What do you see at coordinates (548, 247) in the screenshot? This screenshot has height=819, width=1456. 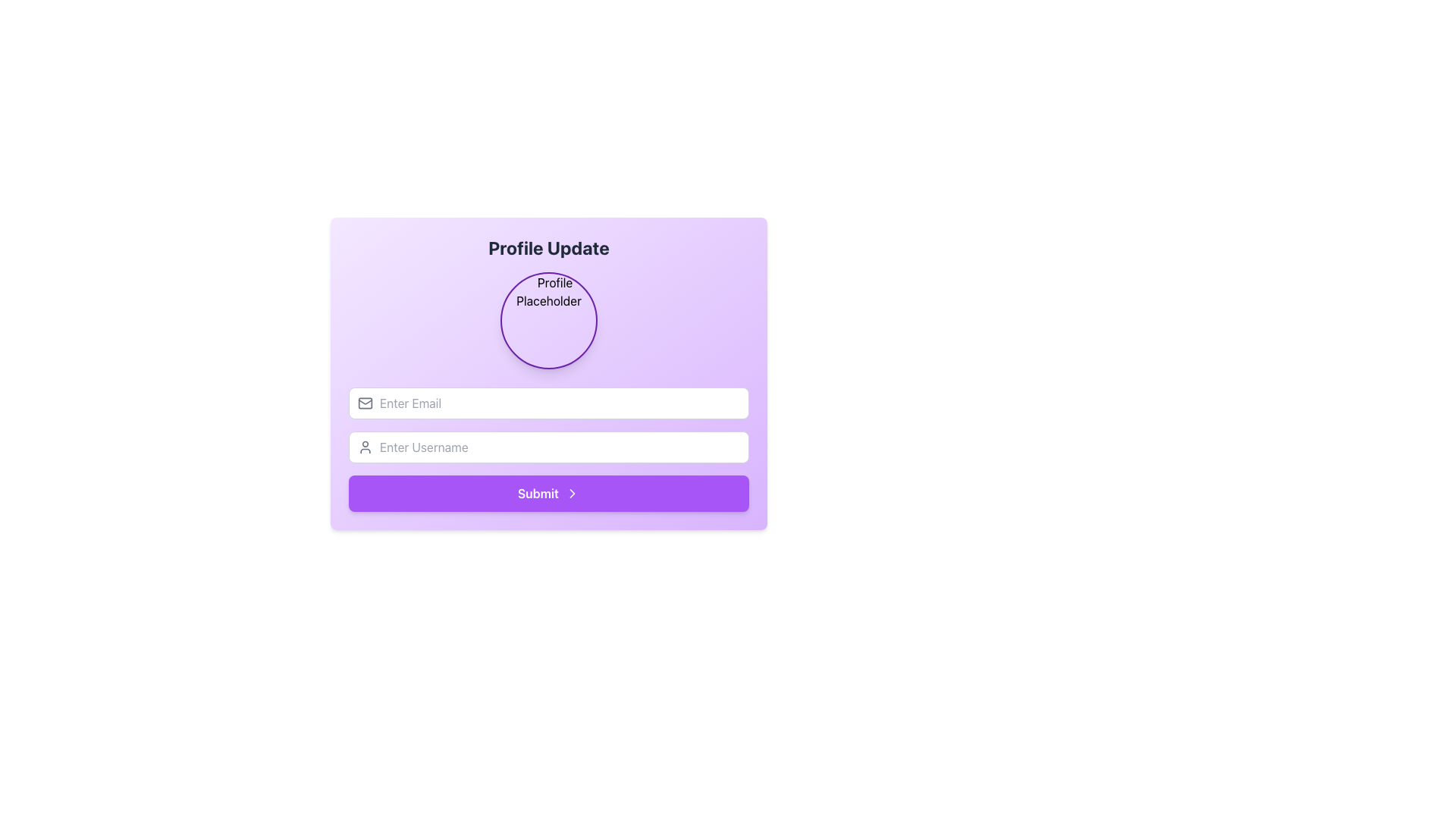 I see `the Static Text header indicating the purpose of the user profile update interface, which is located above the Profile Placeholder` at bounding box center [548, 247].